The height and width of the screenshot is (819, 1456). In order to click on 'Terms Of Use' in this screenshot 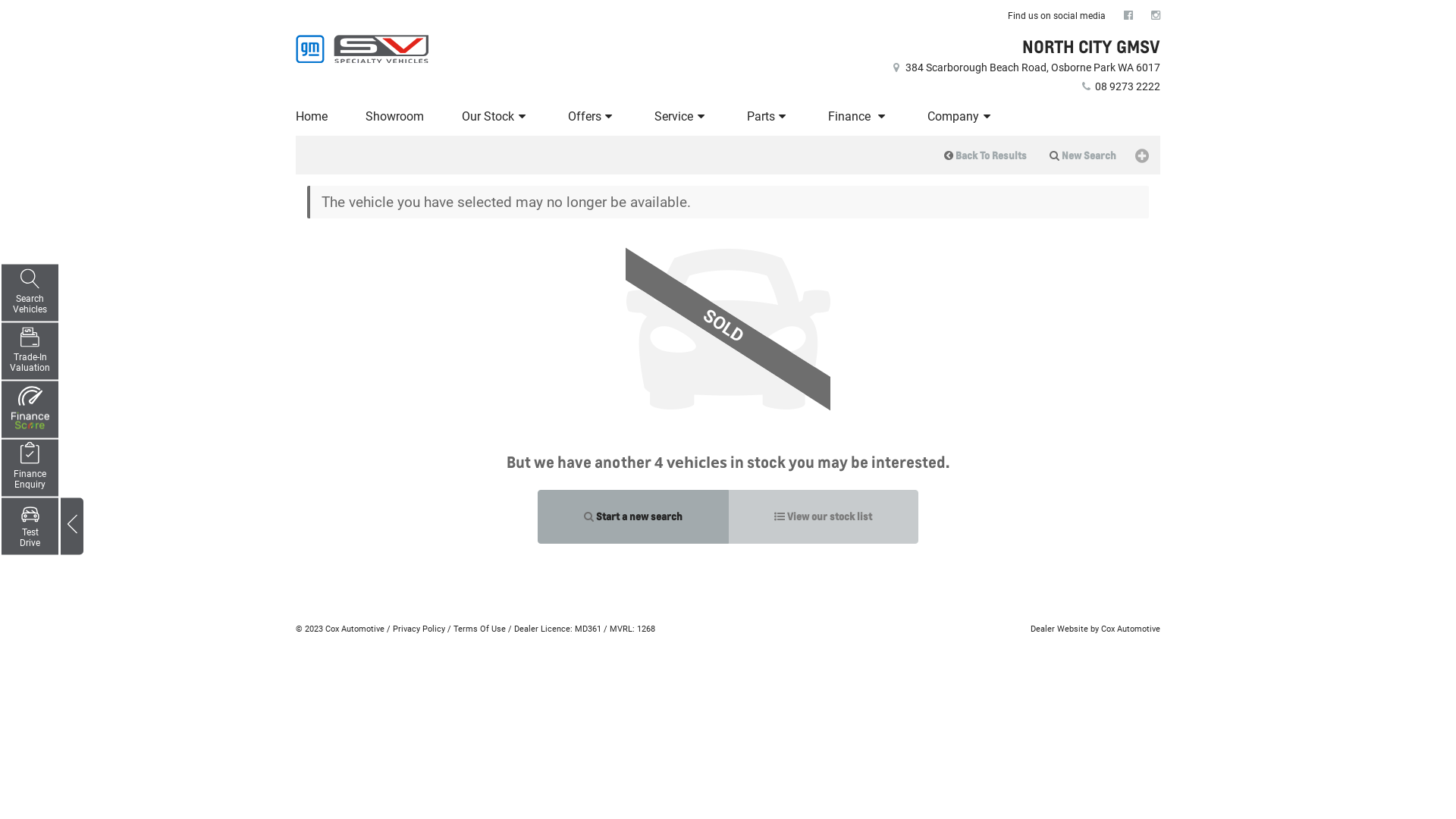, I will do `click(453, 629)`.